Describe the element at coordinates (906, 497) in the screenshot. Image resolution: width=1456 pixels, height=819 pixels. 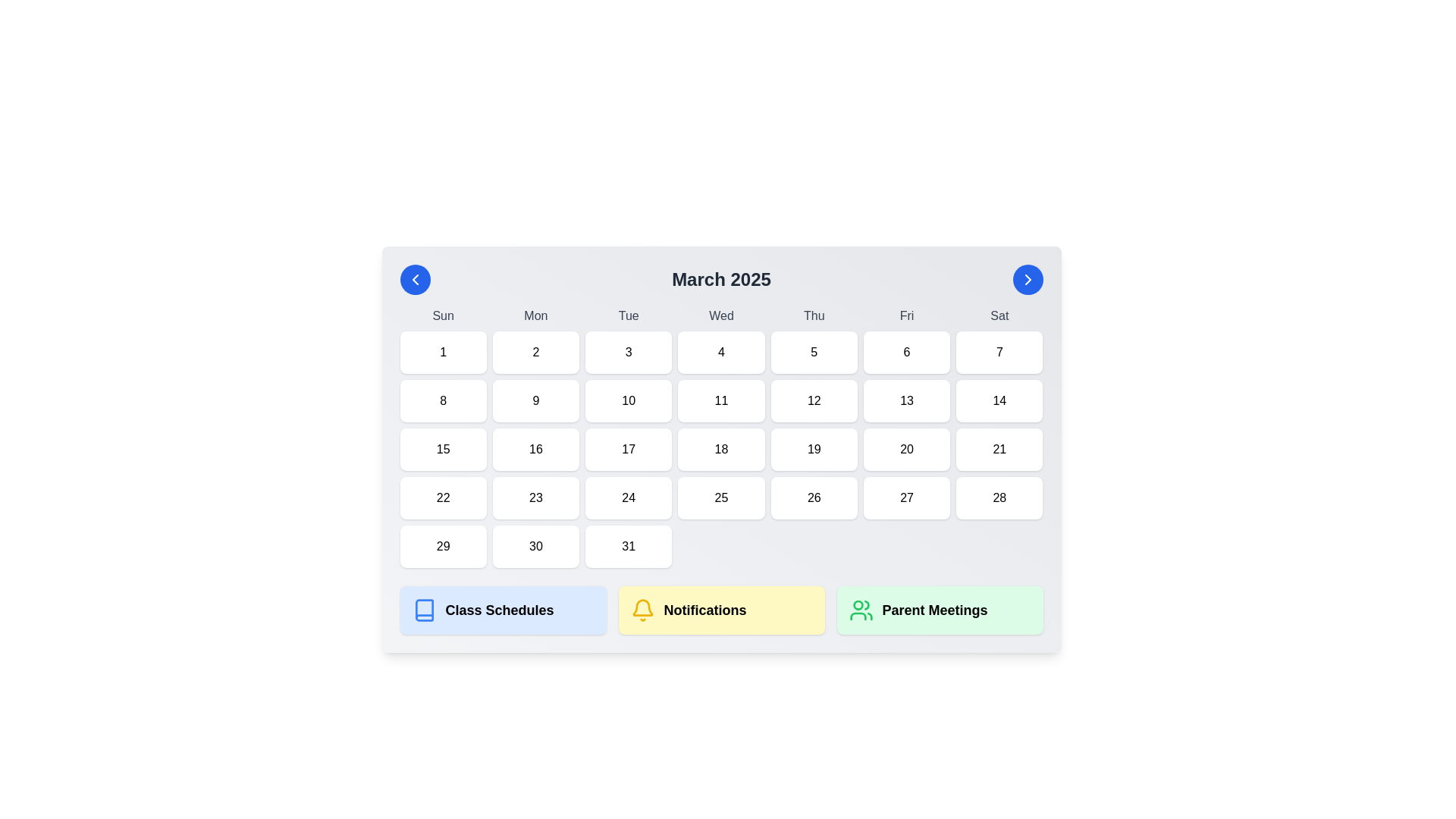
I see `the button displaying the number '27' located in the sixth column and fifth row of the calendar grid to trigger visual feedback` at that location.